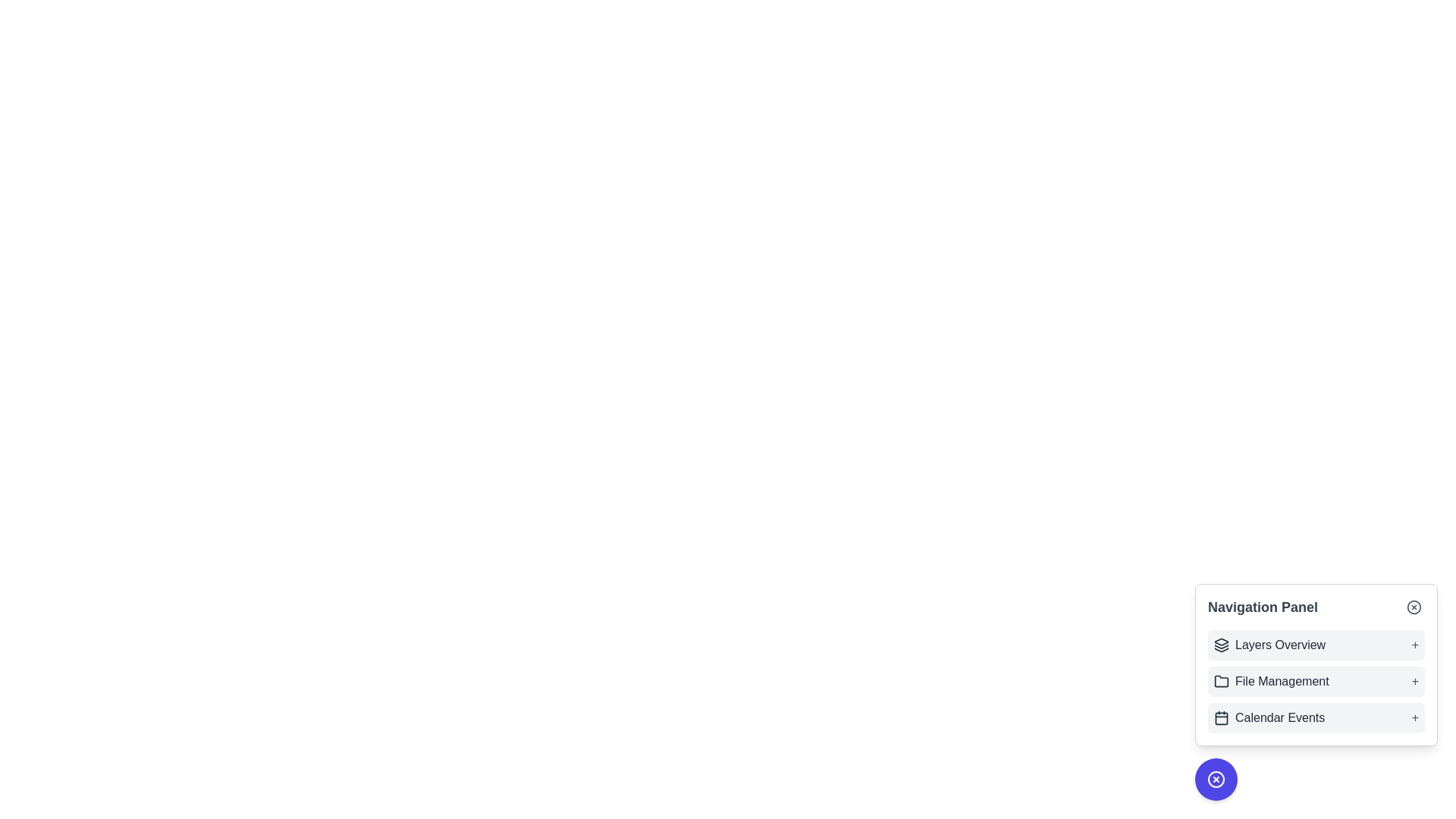  I want to click on the decorative icon representing the 'File Management' feature in the navigation panel, located to the immediate left of the text 'File Management', so click(1222, 680).